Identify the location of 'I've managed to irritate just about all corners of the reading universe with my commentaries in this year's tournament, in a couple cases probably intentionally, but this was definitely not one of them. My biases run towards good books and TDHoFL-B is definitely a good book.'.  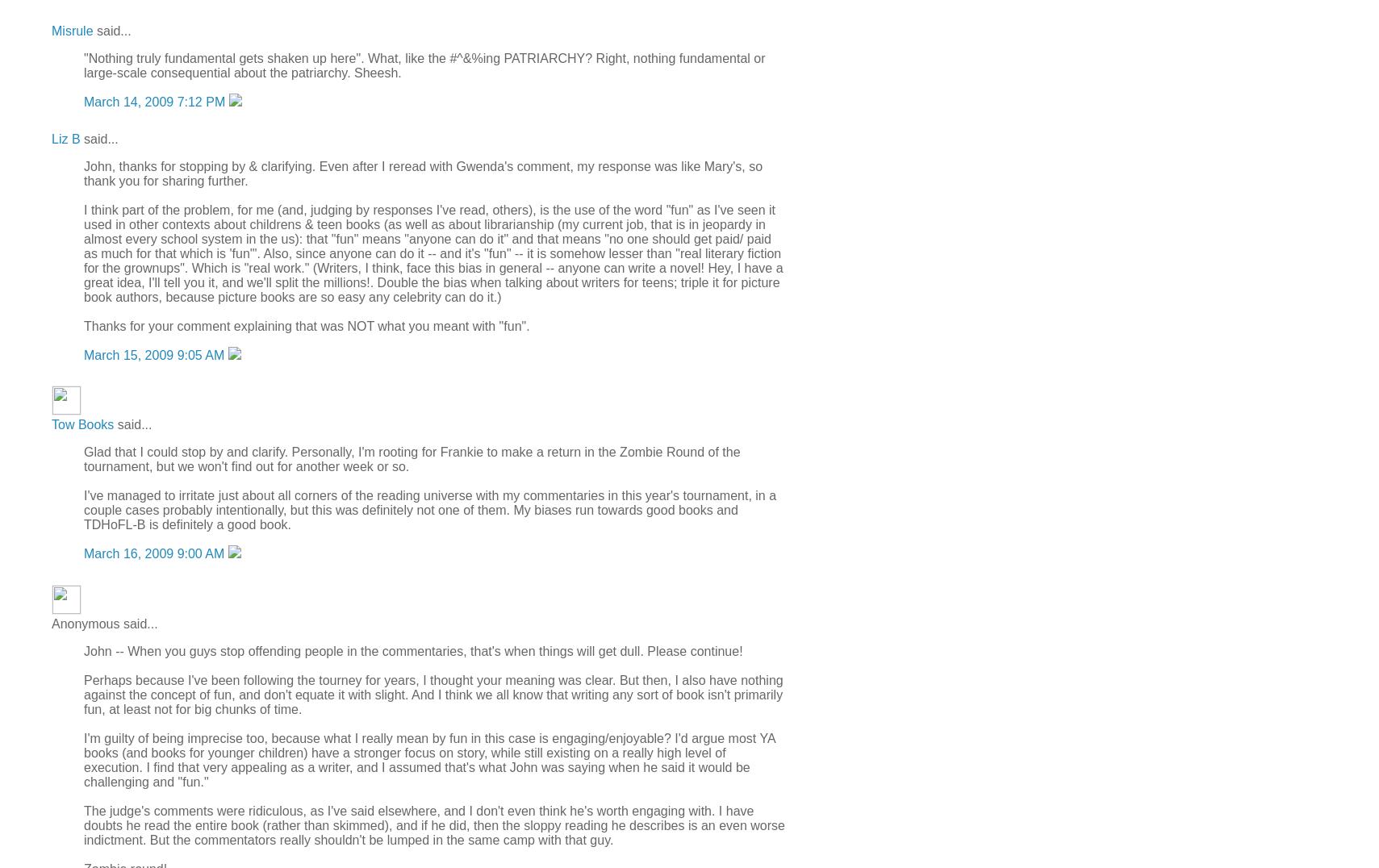
(429, 509).